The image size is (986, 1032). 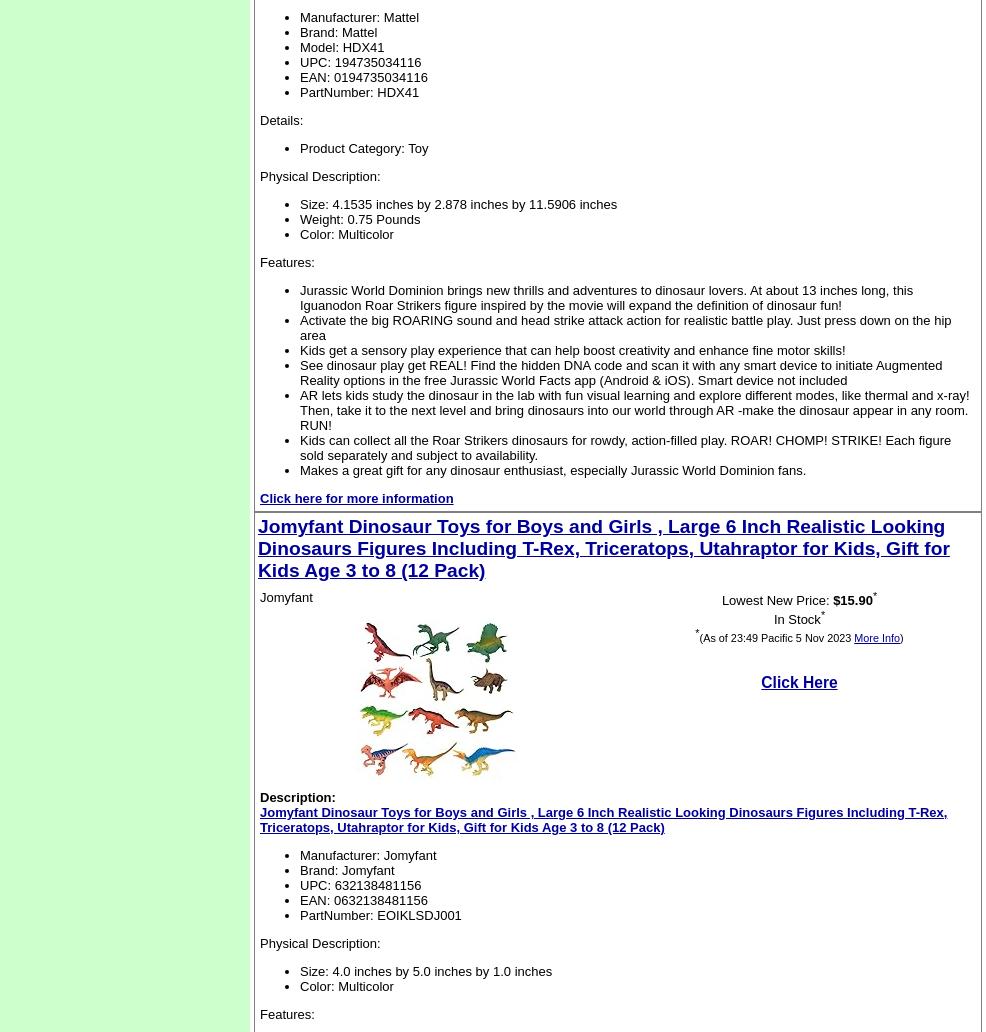 I want to click on 'Lowest New Price:', so click(x=776, y=600).